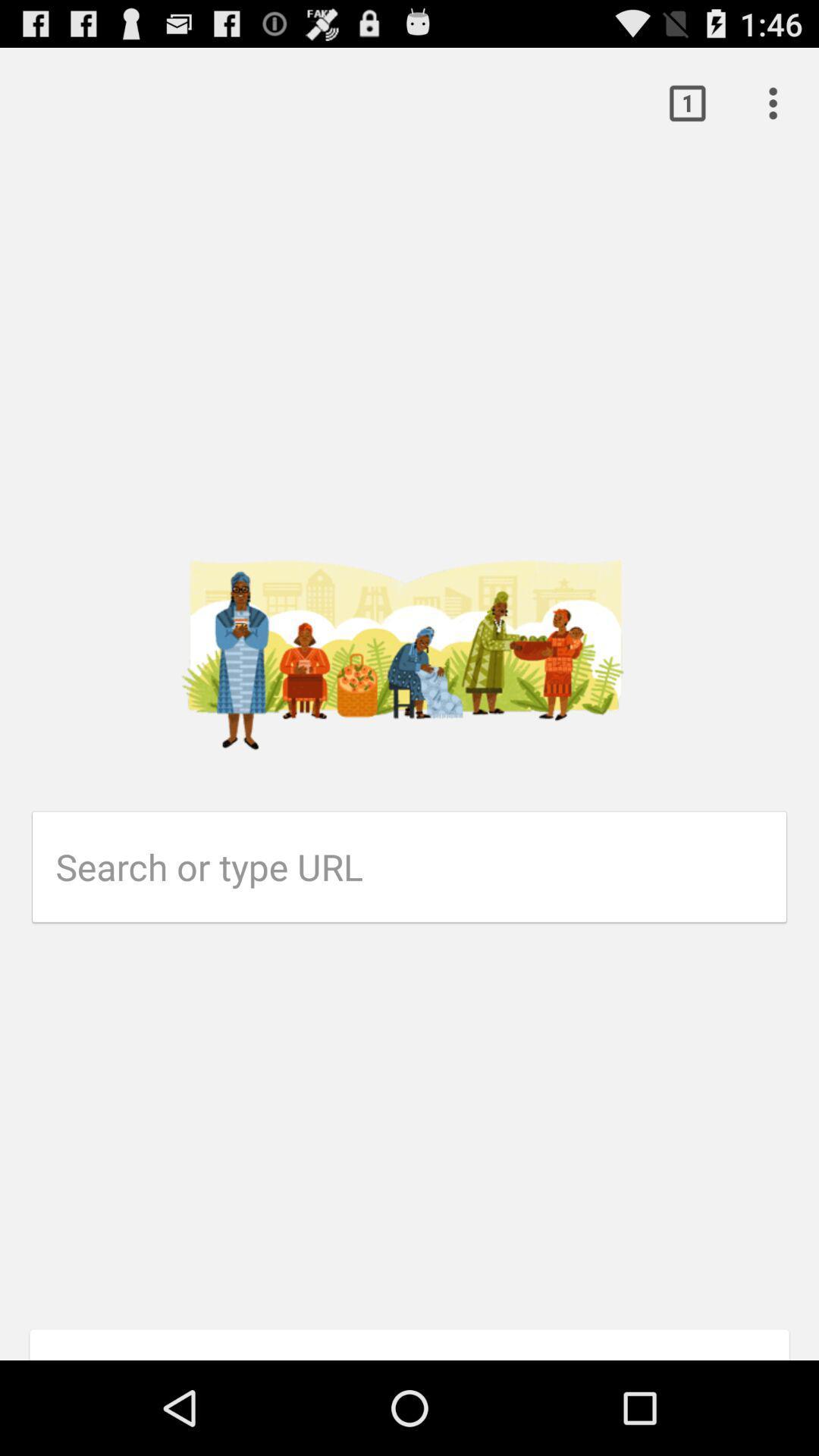  What do you see at coordinates (421, 867) in the screenshot?
I see `a url` at bounding box center [421, 867].